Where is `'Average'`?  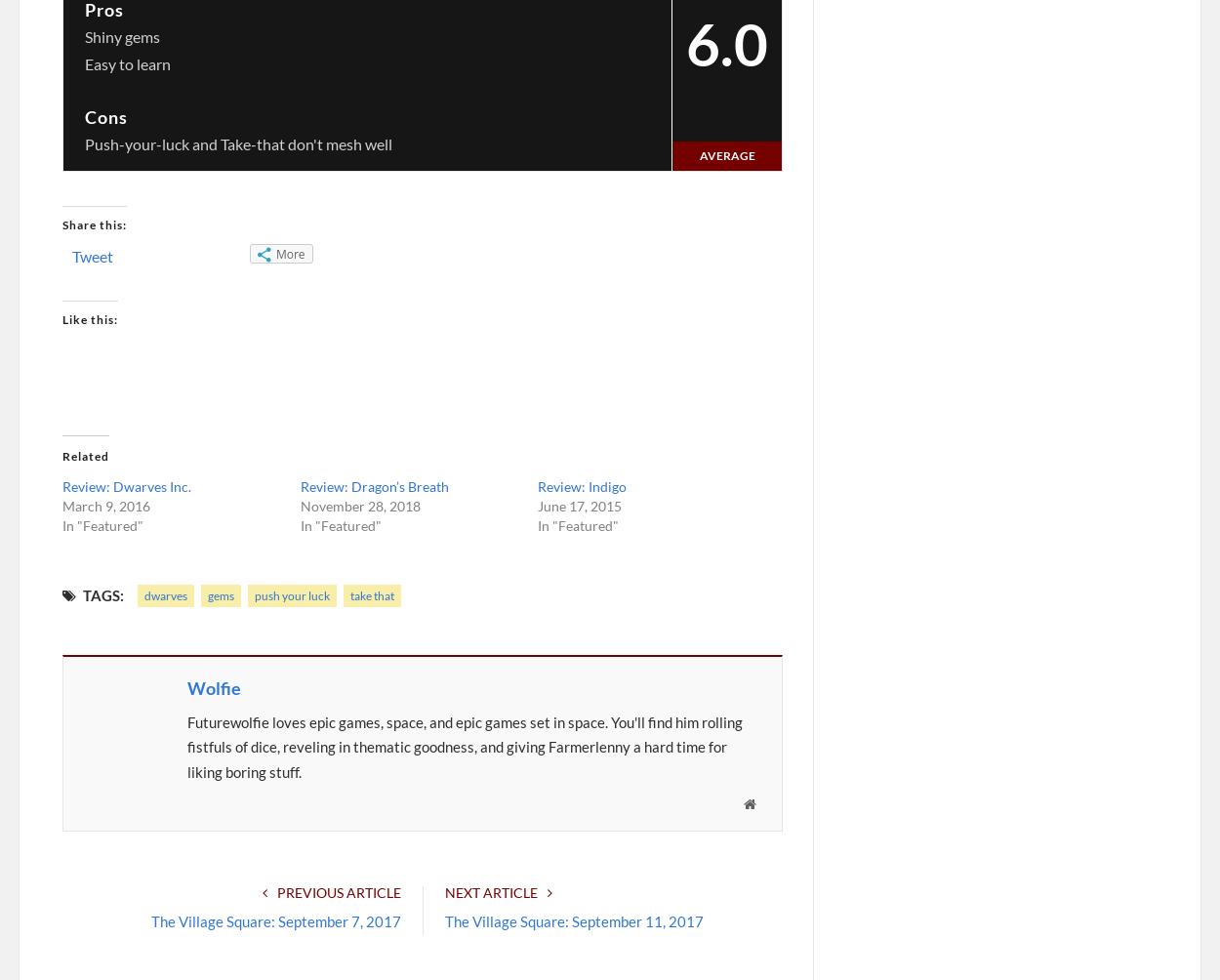 'Average' is located at coordinates (725, 154).